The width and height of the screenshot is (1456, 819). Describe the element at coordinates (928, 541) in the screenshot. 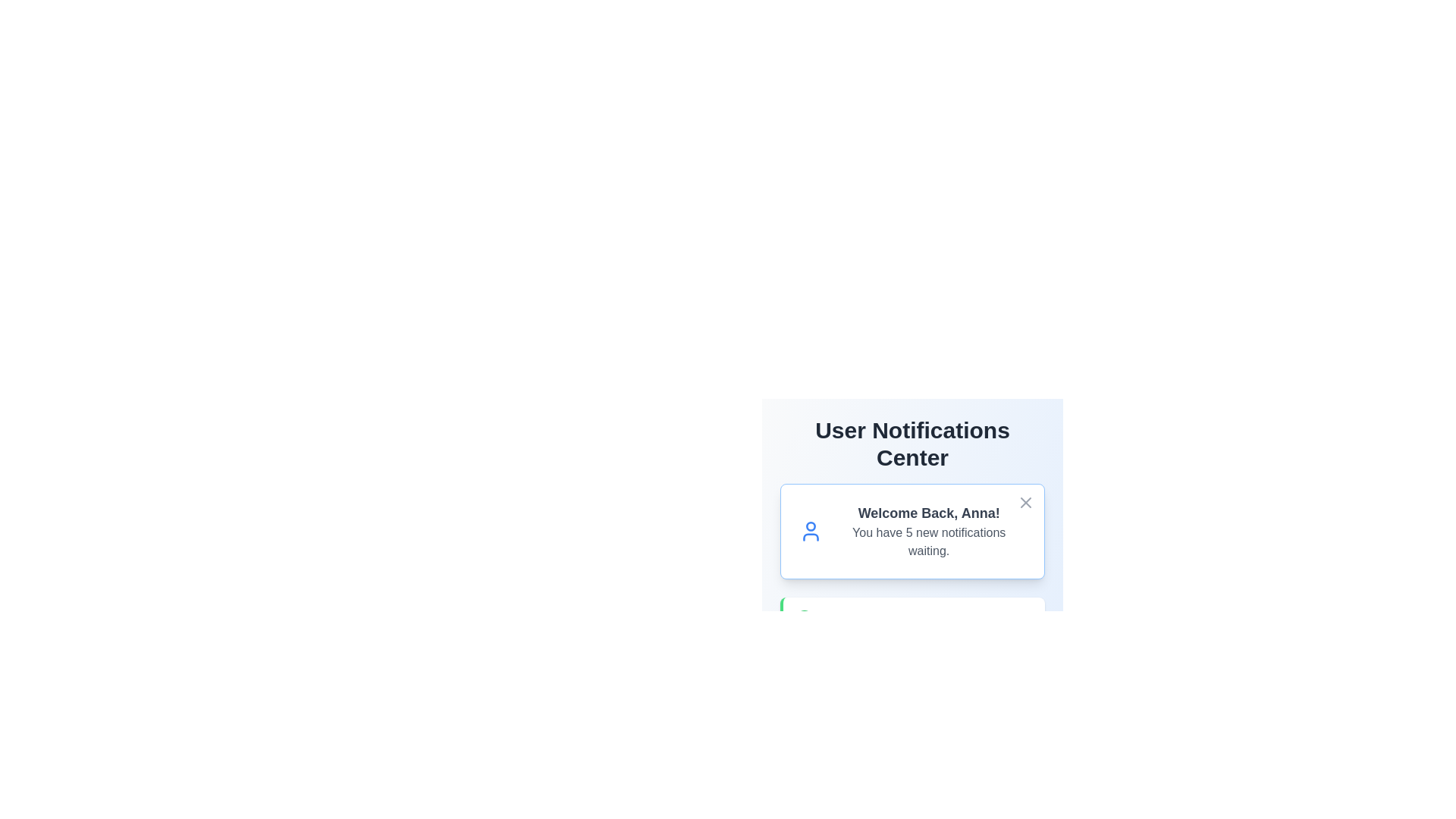

I see `the informational message about pending notifications located below the 'Welcome Back, Anna!' text in the User Notifications Center` at that location.